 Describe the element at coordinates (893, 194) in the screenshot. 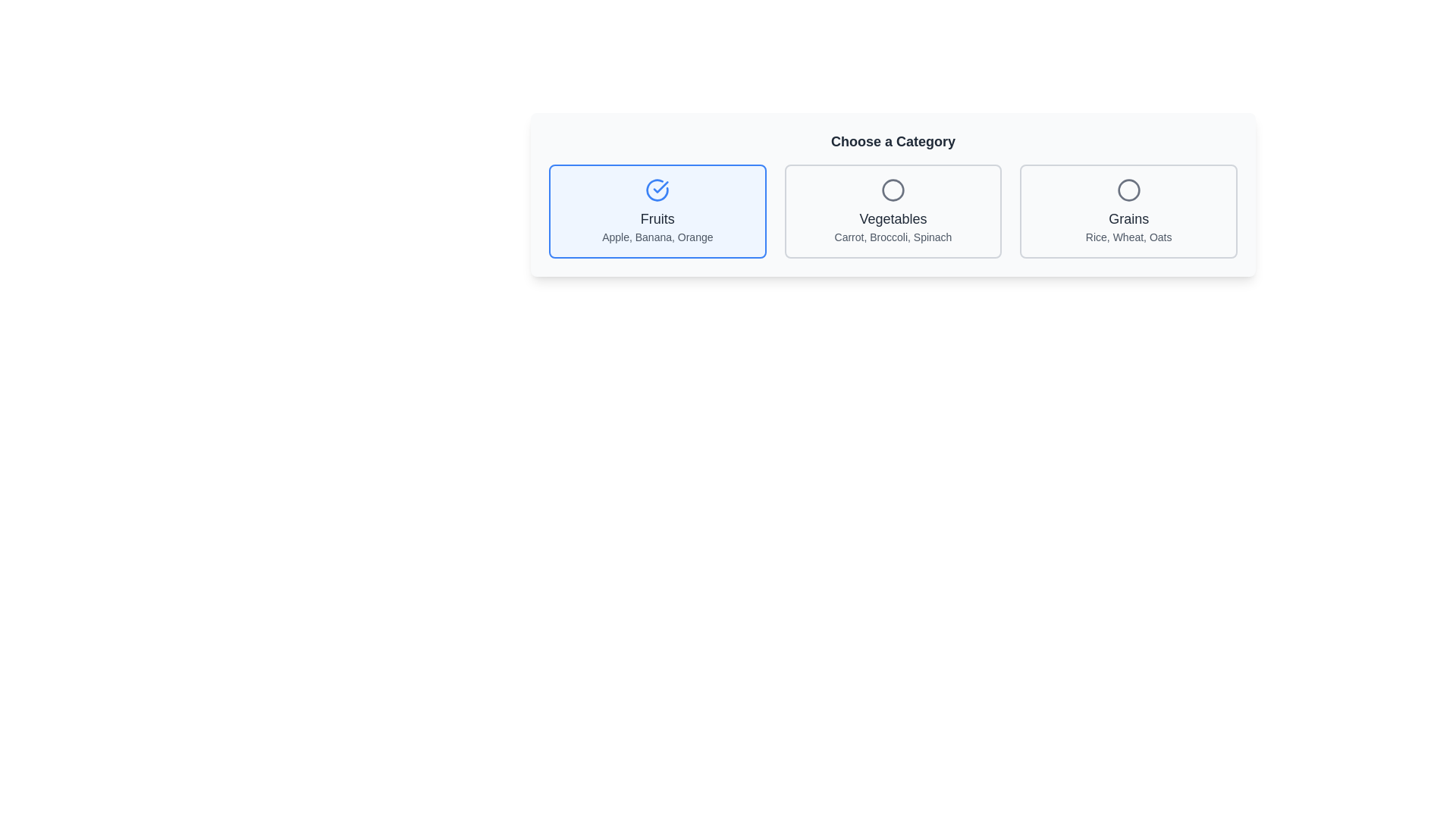

I see `the 'Vegetables' category selection card, which is a card-like box with a gray background, featuring a circular icon at the top and the text 'Vegetables' in bold below it` at that location.